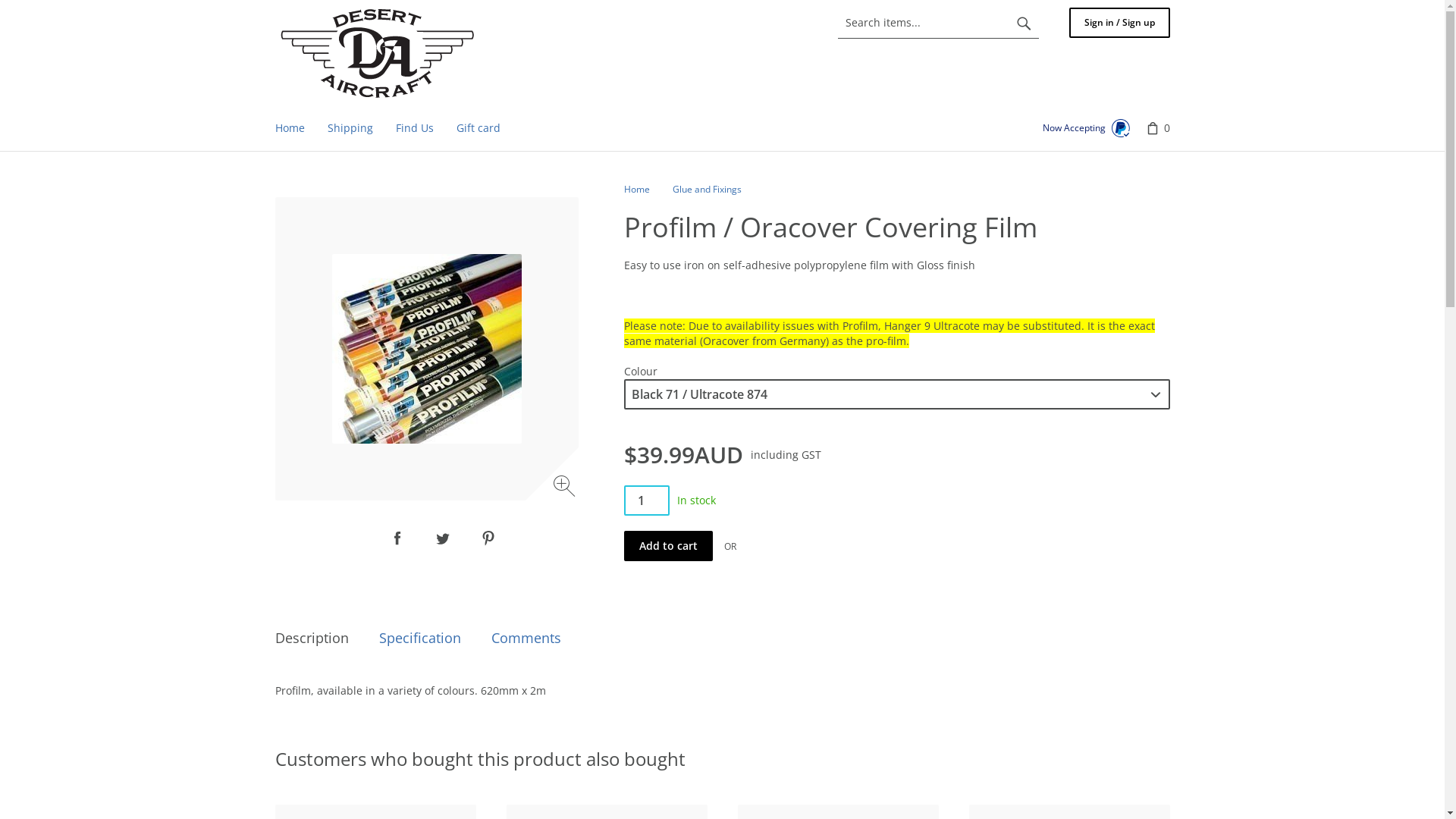 This screenshot has width=1456, height=819. I want to click on 'Gift card', so click(476, 127).